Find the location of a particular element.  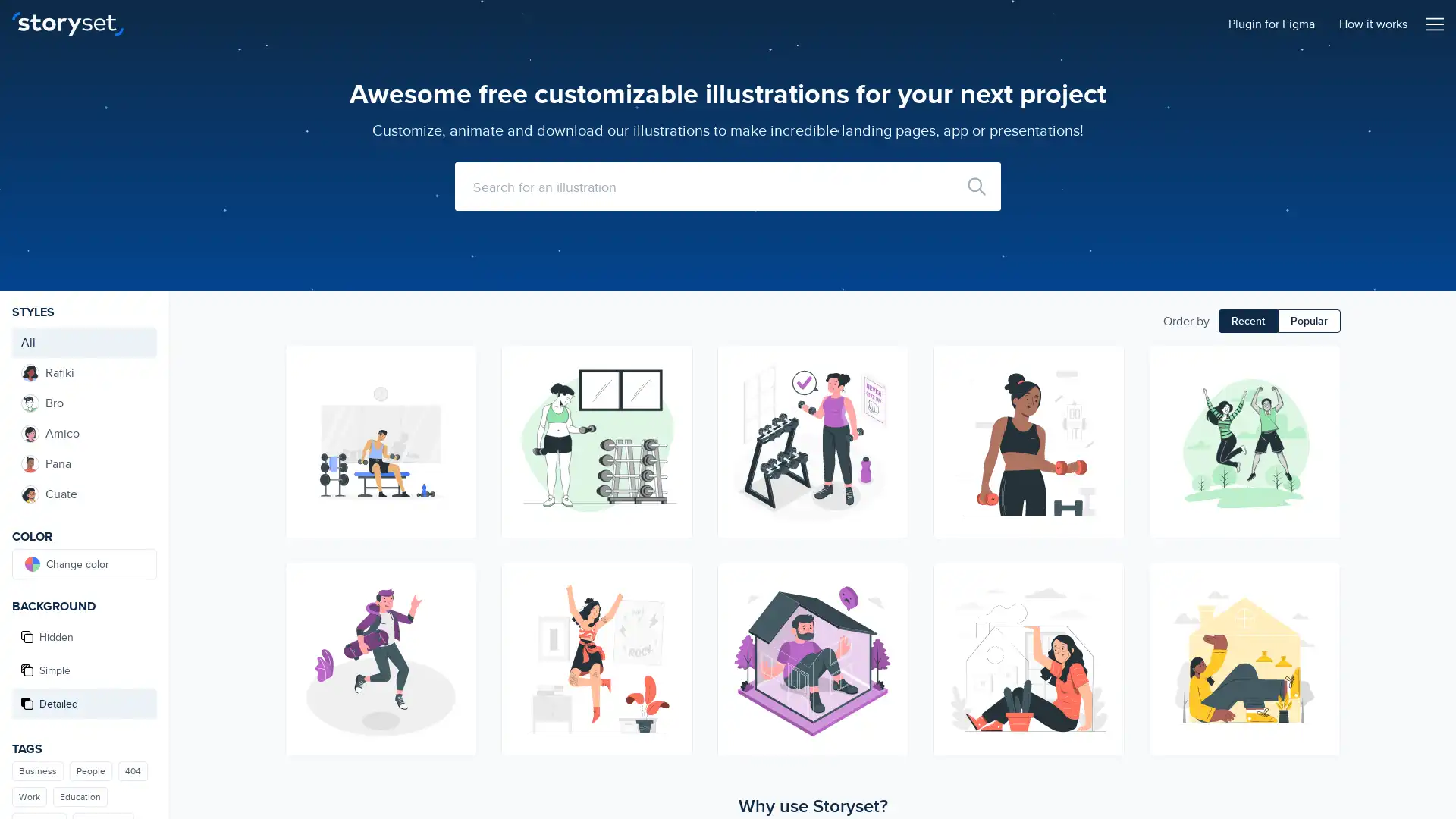

download icon Download is located at coordinates (673, 391).